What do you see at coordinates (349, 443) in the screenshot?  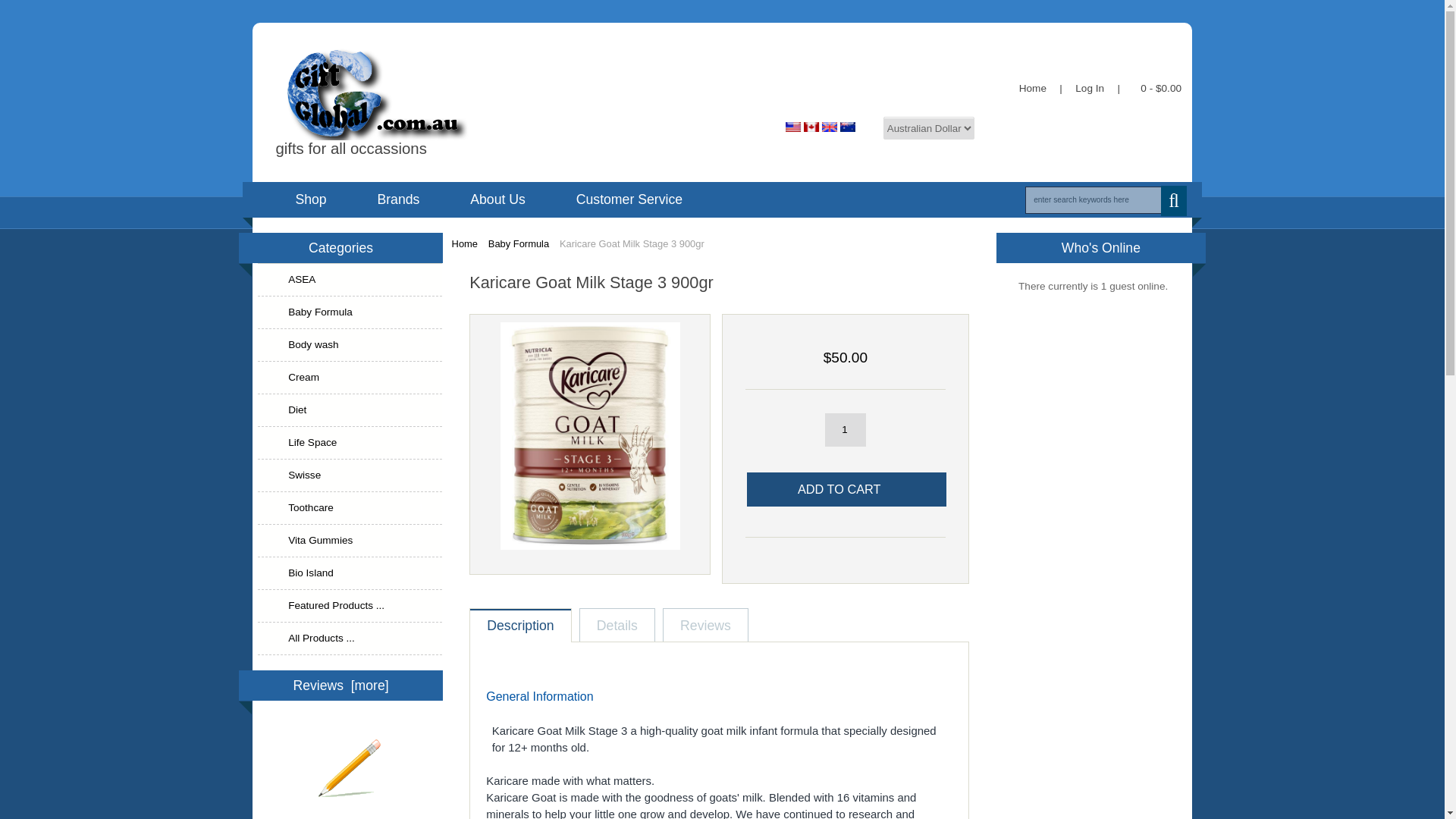 I see `'Life Space` at bounding box center [349, 443].